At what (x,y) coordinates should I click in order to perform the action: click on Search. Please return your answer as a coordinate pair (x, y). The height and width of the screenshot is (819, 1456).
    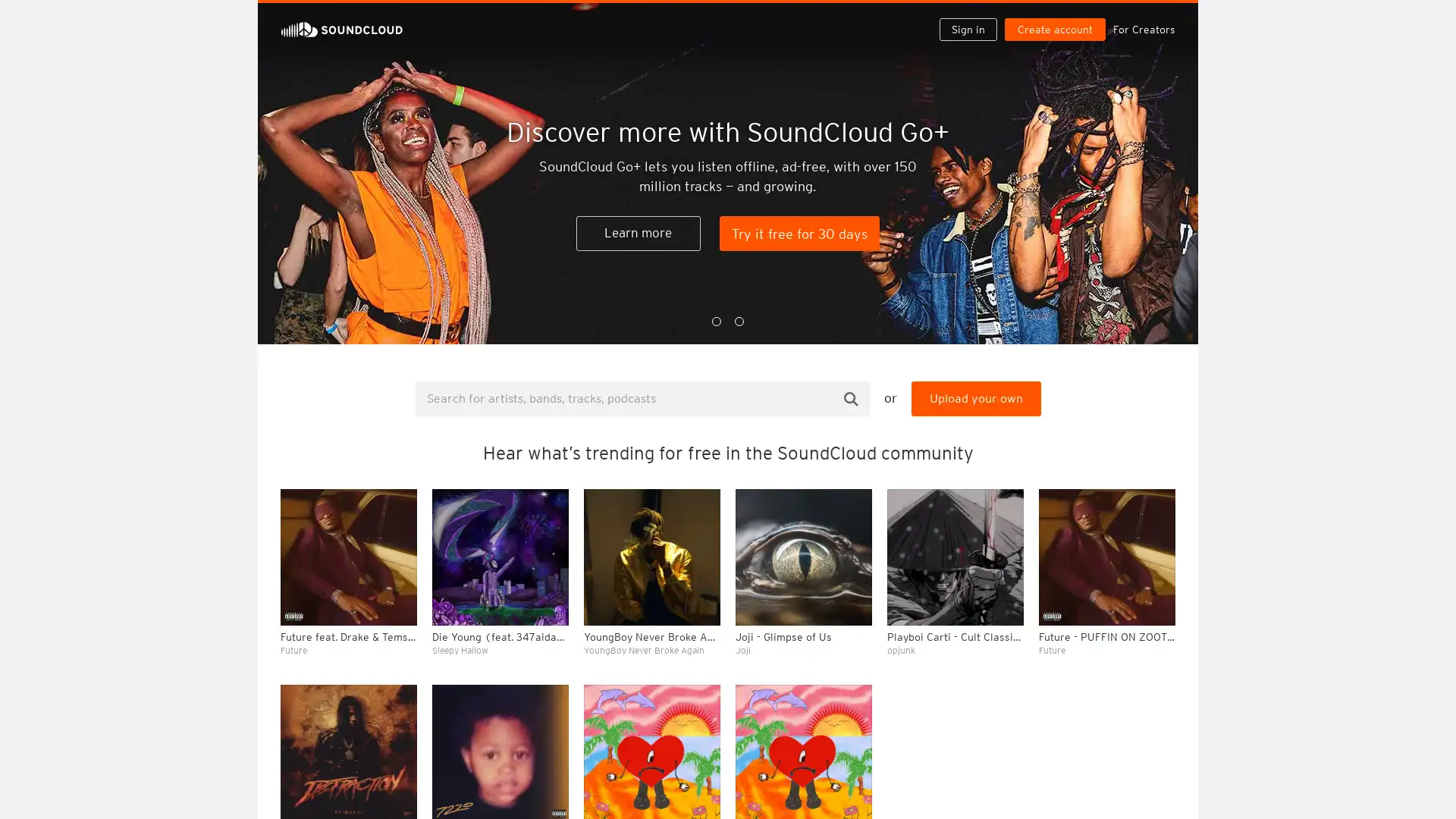
    Looking at the image, I should click on (851, 397).